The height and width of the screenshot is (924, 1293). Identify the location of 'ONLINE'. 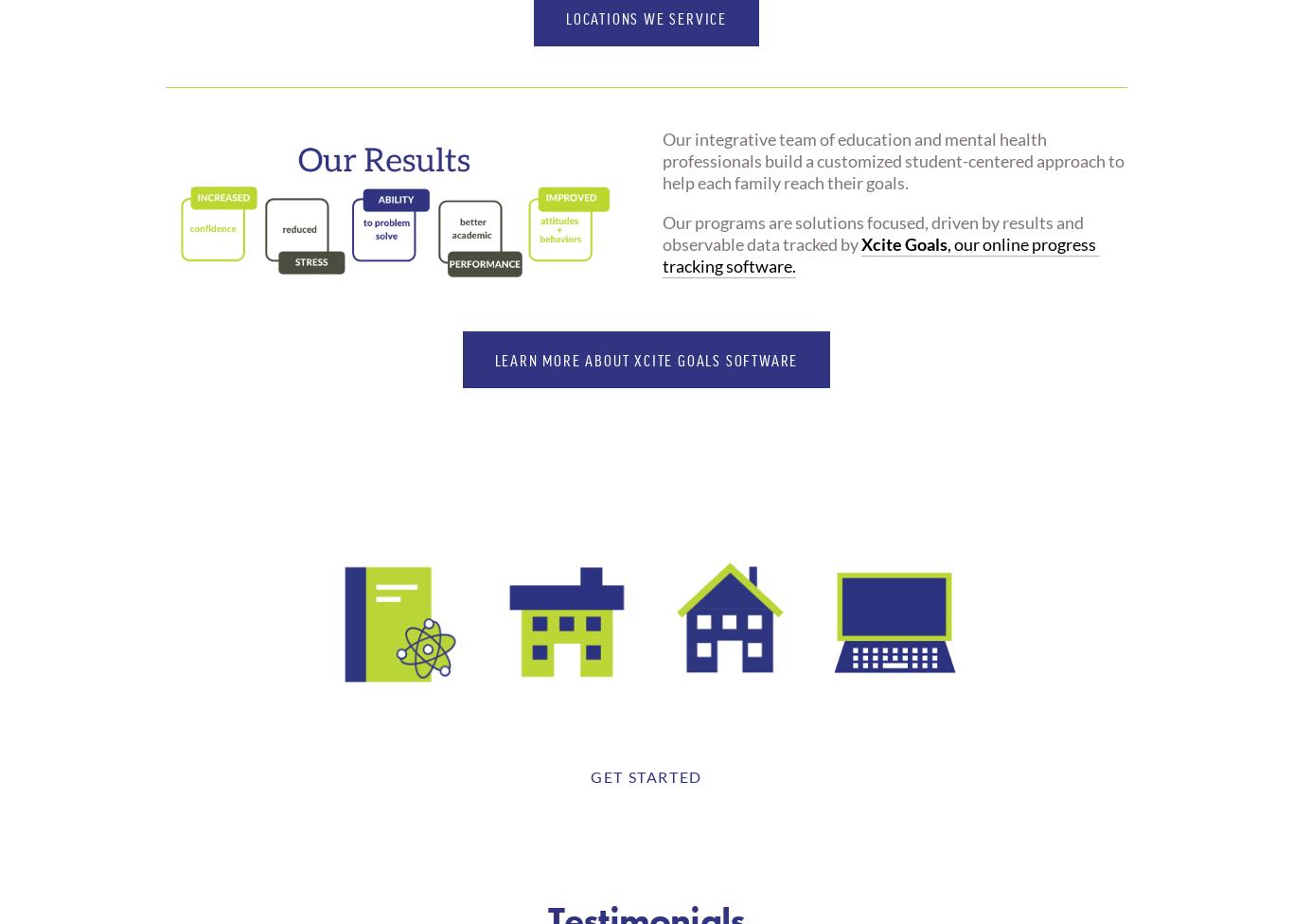
(894, 705).